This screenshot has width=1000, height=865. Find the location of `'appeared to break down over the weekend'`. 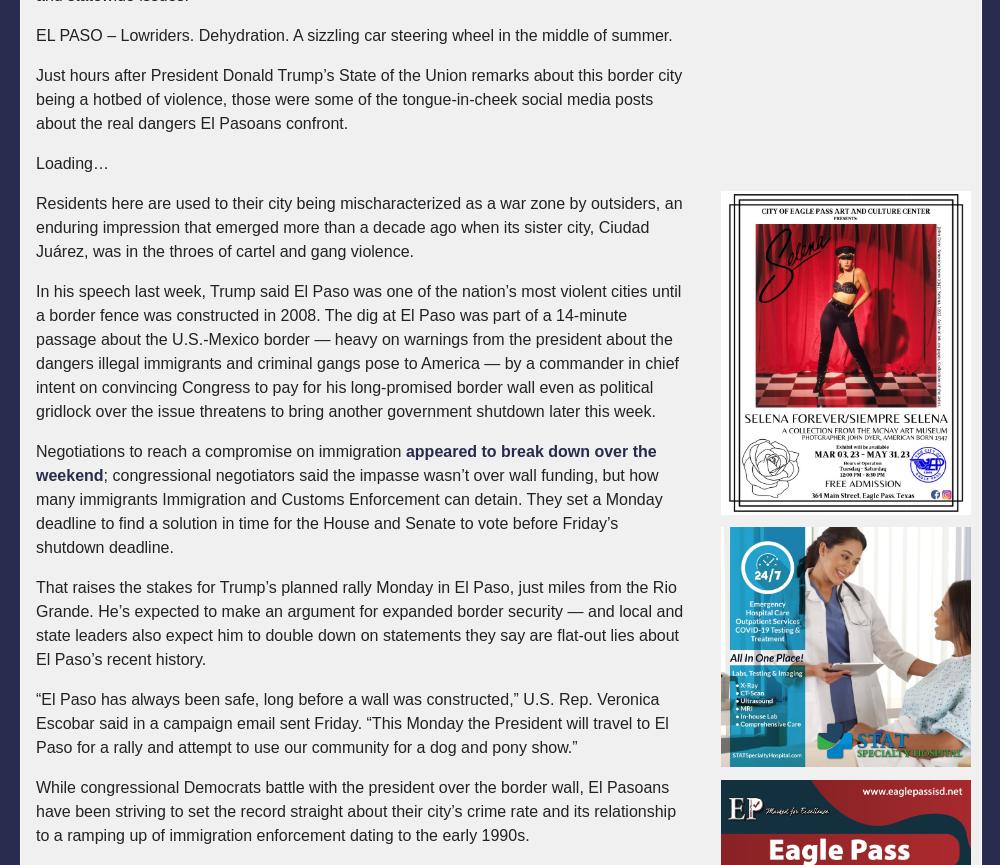

'appeared to break down over the weekend' is located at coordinates (345, 462).